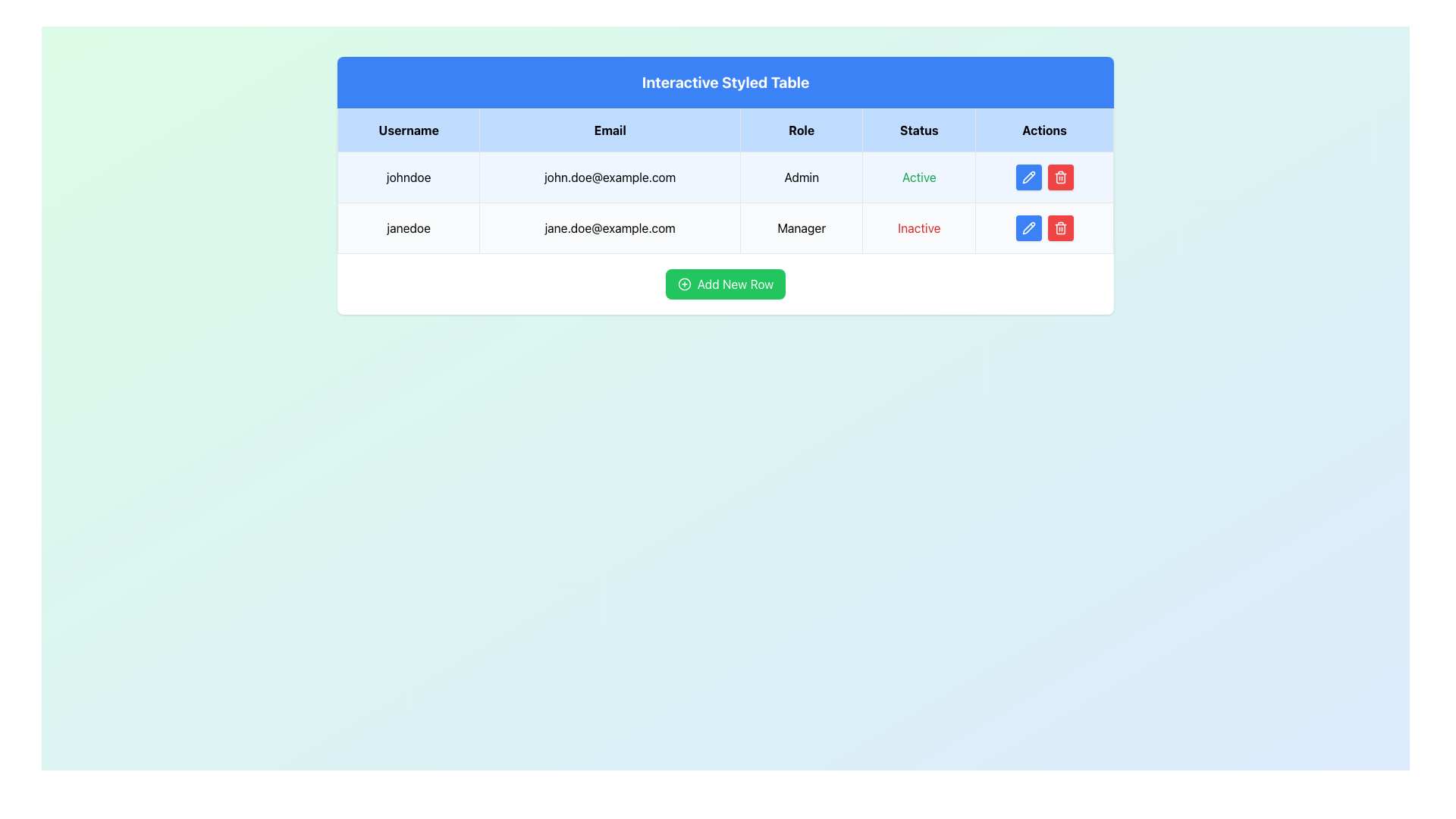 Image resolution: width=1456 pixels, height=819 pixels. What do you see at coordinates (918, 130) in the screenshot?
I see `the 'Status' text label, which is a bold, centered label with a light blue background located within the table header, fourth from the left` at bounding box center [918, 130].